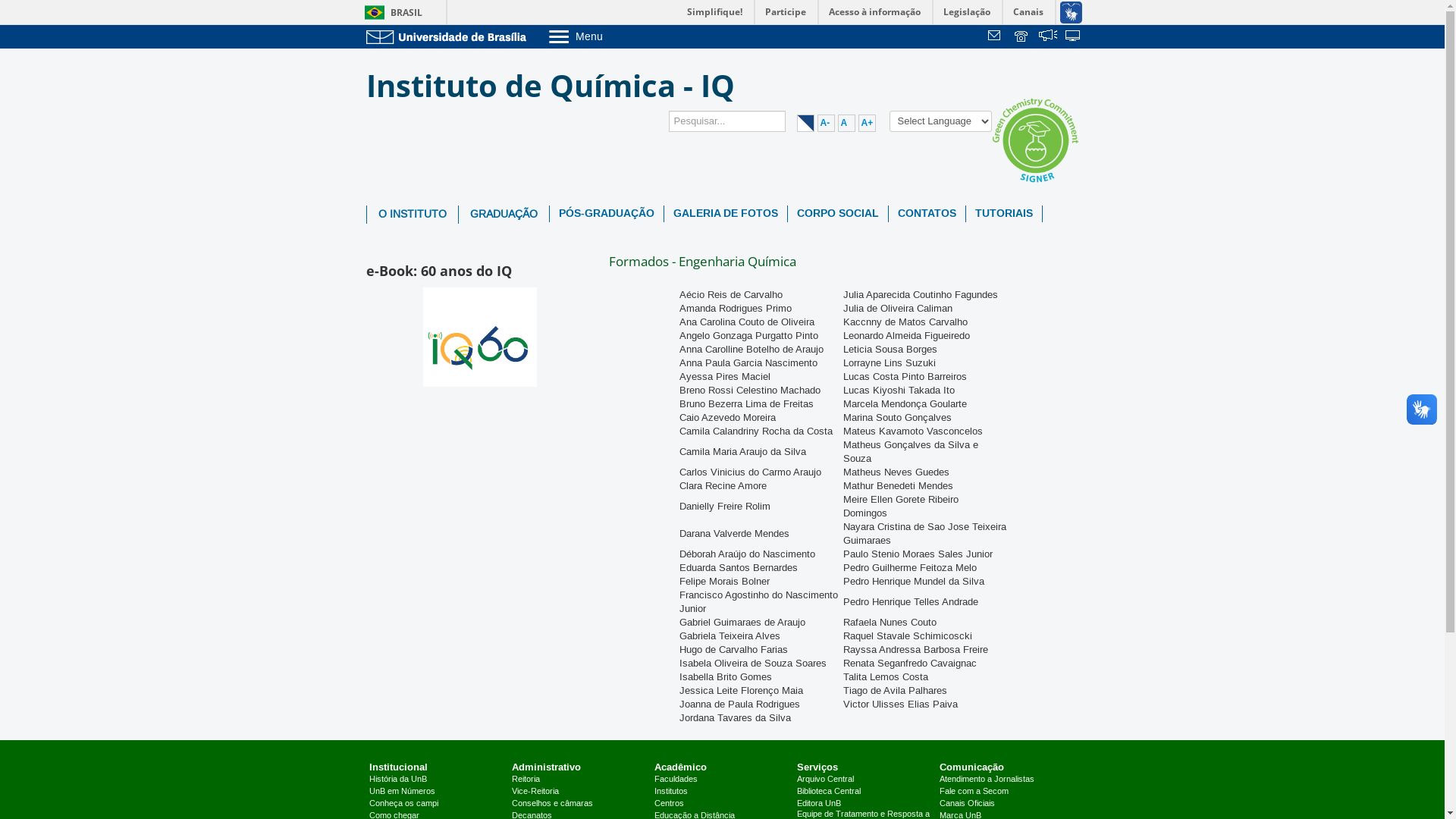  What do you see at coordinates (996, 36) in the screenshot?
I see `' '` at bounding box center [996, 36].